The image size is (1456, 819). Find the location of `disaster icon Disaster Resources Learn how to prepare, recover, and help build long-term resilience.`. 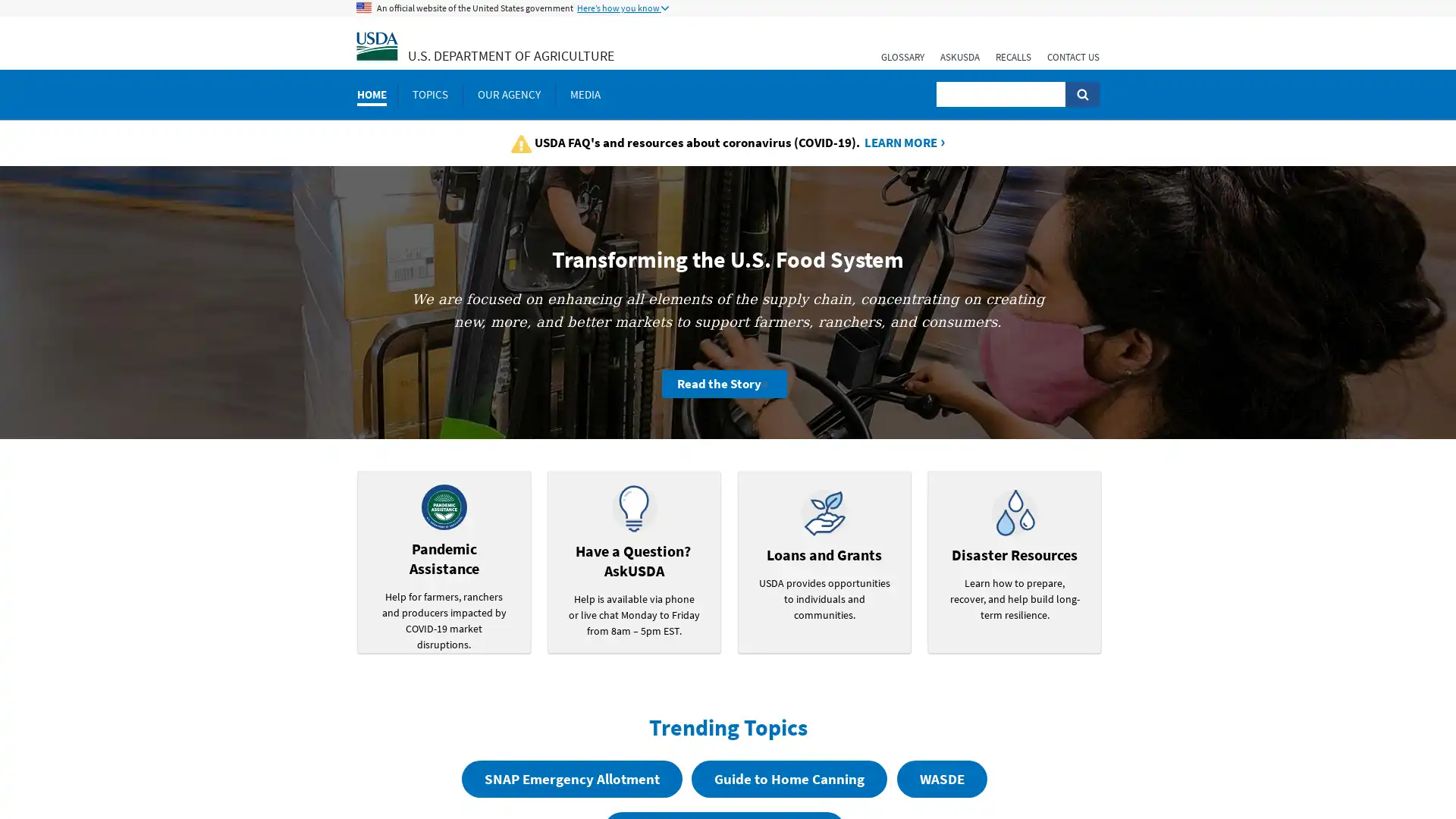

disaster icon Disaster Resources Learn how to prepare, recover, and help build long-term resilience. is located at coordinates (1014, 561).